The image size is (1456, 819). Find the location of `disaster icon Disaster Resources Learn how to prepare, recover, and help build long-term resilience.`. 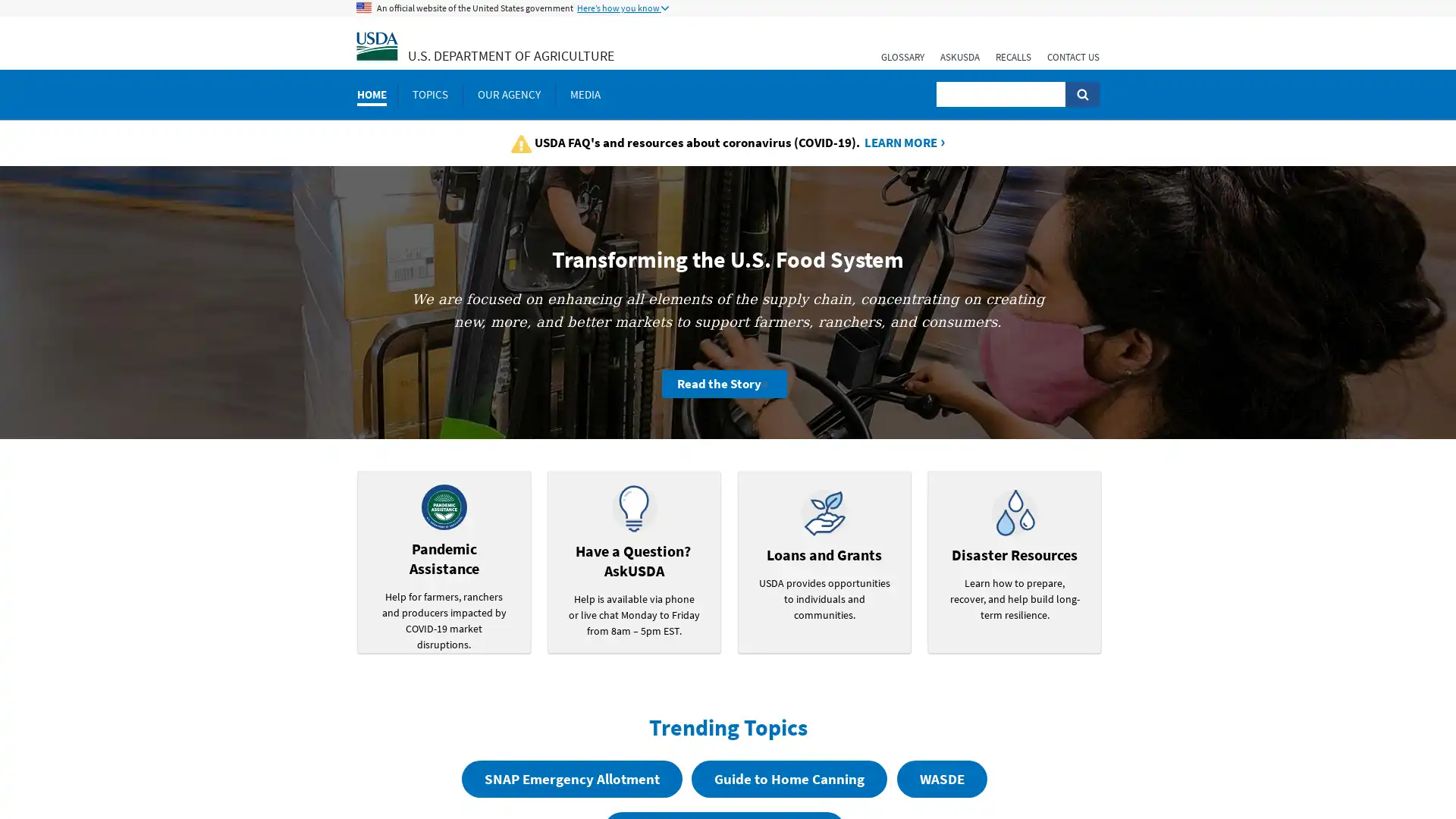

disaster icon Disaster Resources Learn how to prepare, recover, and help build long-term resilience. is located at coordinates (1014, 561).